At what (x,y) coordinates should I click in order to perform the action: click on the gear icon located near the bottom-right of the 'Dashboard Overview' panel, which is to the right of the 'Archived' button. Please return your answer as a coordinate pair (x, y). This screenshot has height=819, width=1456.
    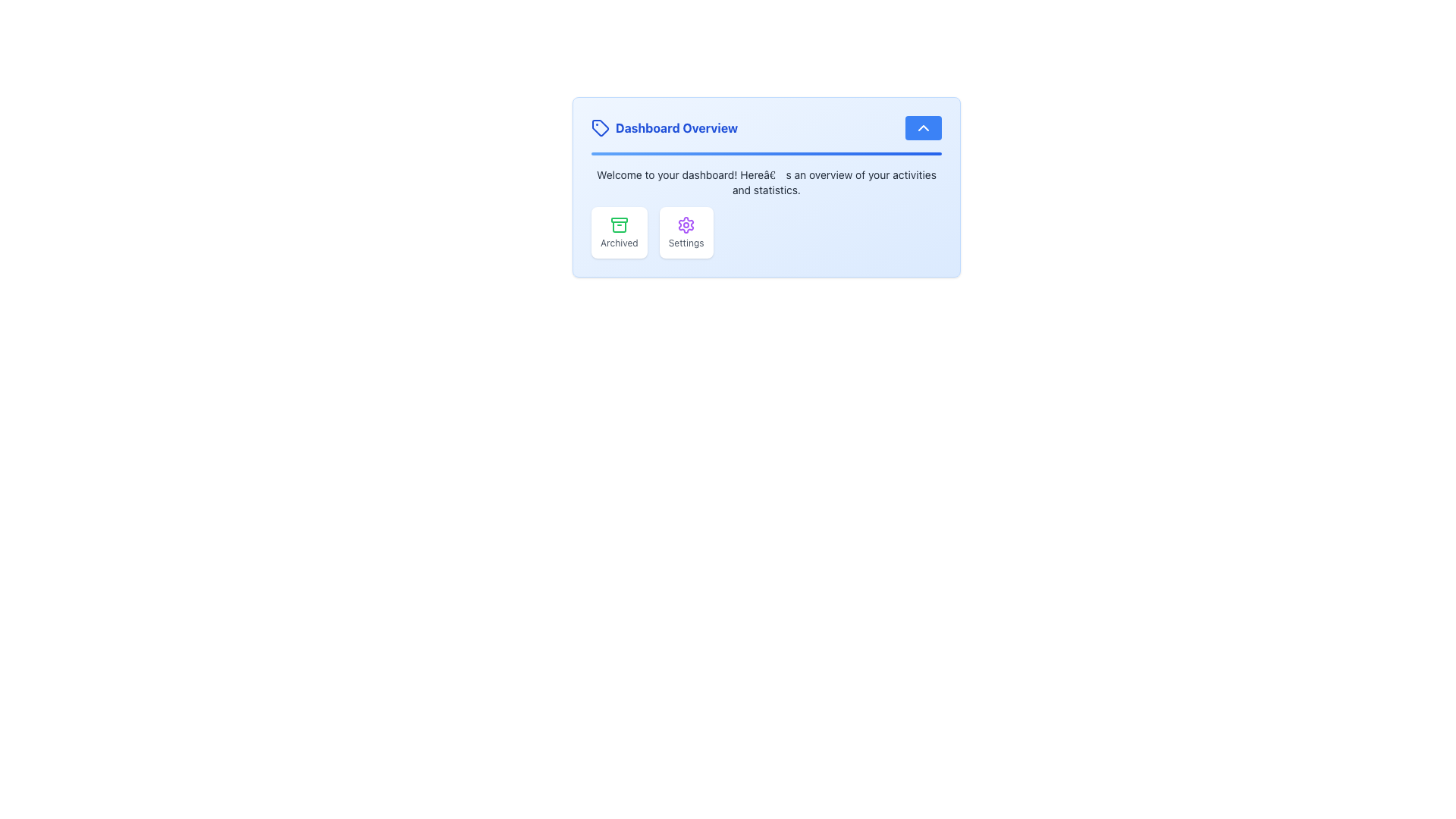
    Looking at the image, I should click on (686, 225).